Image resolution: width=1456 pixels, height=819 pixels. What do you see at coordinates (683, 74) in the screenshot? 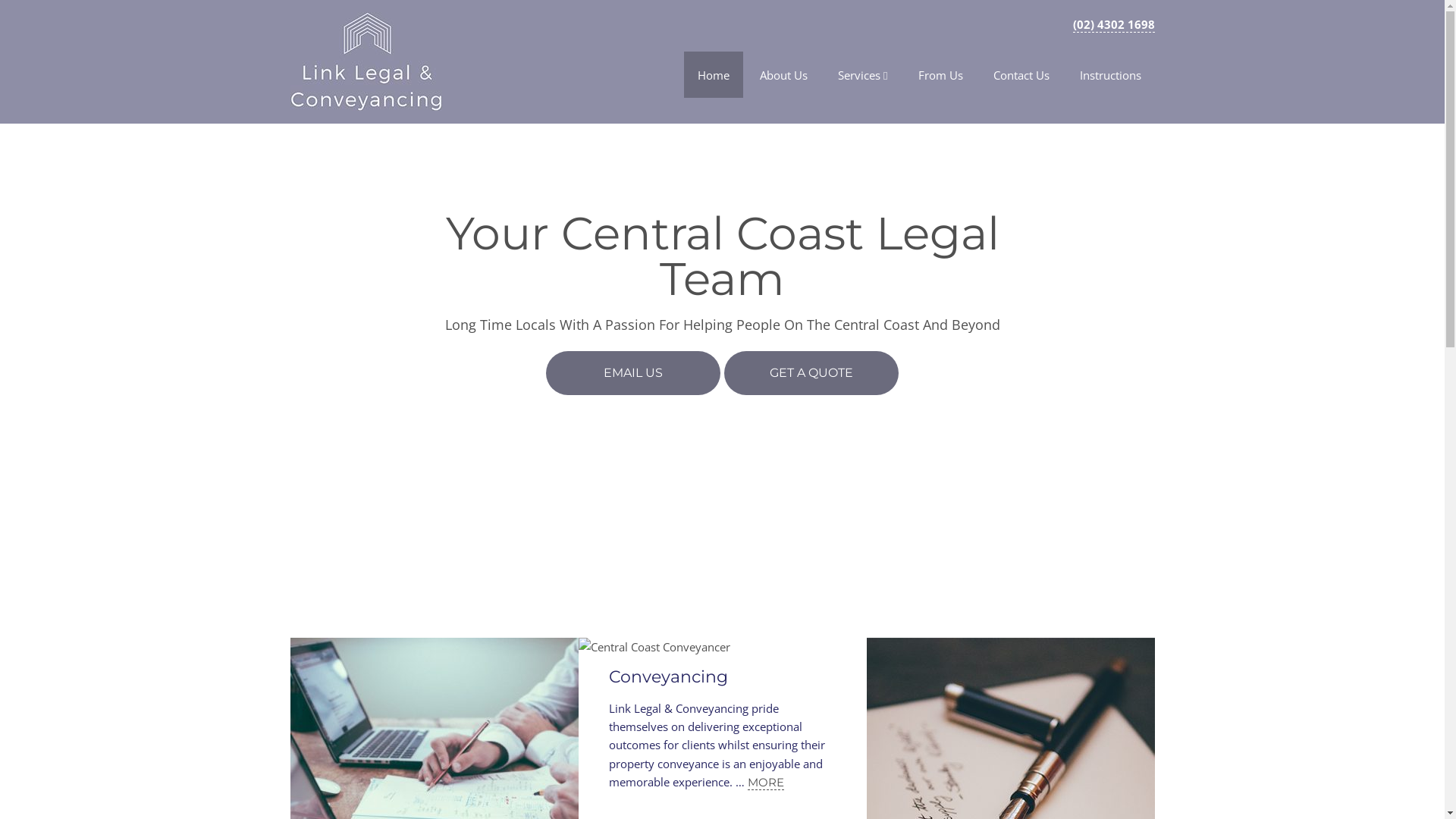
I see `'Home'` at bounding box center [683, 74].